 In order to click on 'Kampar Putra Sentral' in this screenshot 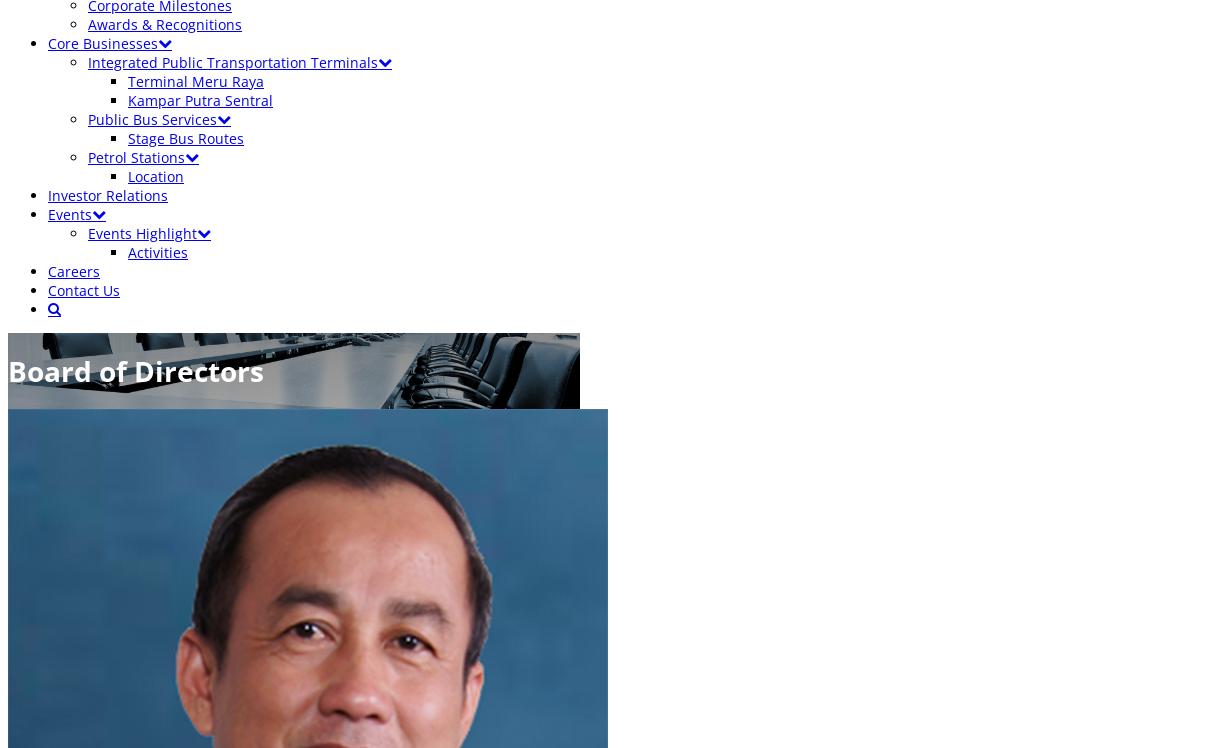, I will do `click(200, 100)`.